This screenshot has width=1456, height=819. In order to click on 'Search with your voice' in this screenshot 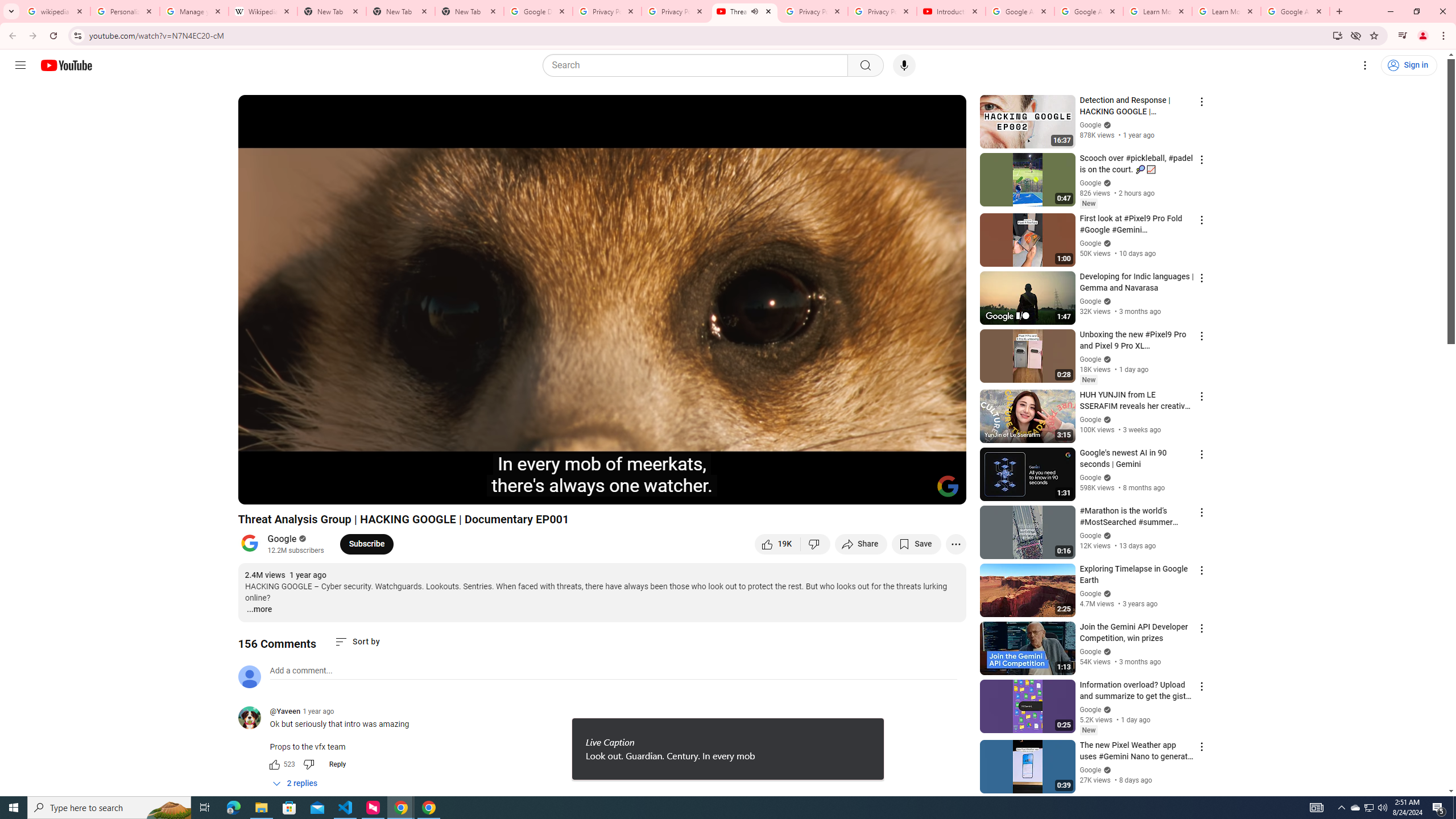, I will do `click(904, 65)`.